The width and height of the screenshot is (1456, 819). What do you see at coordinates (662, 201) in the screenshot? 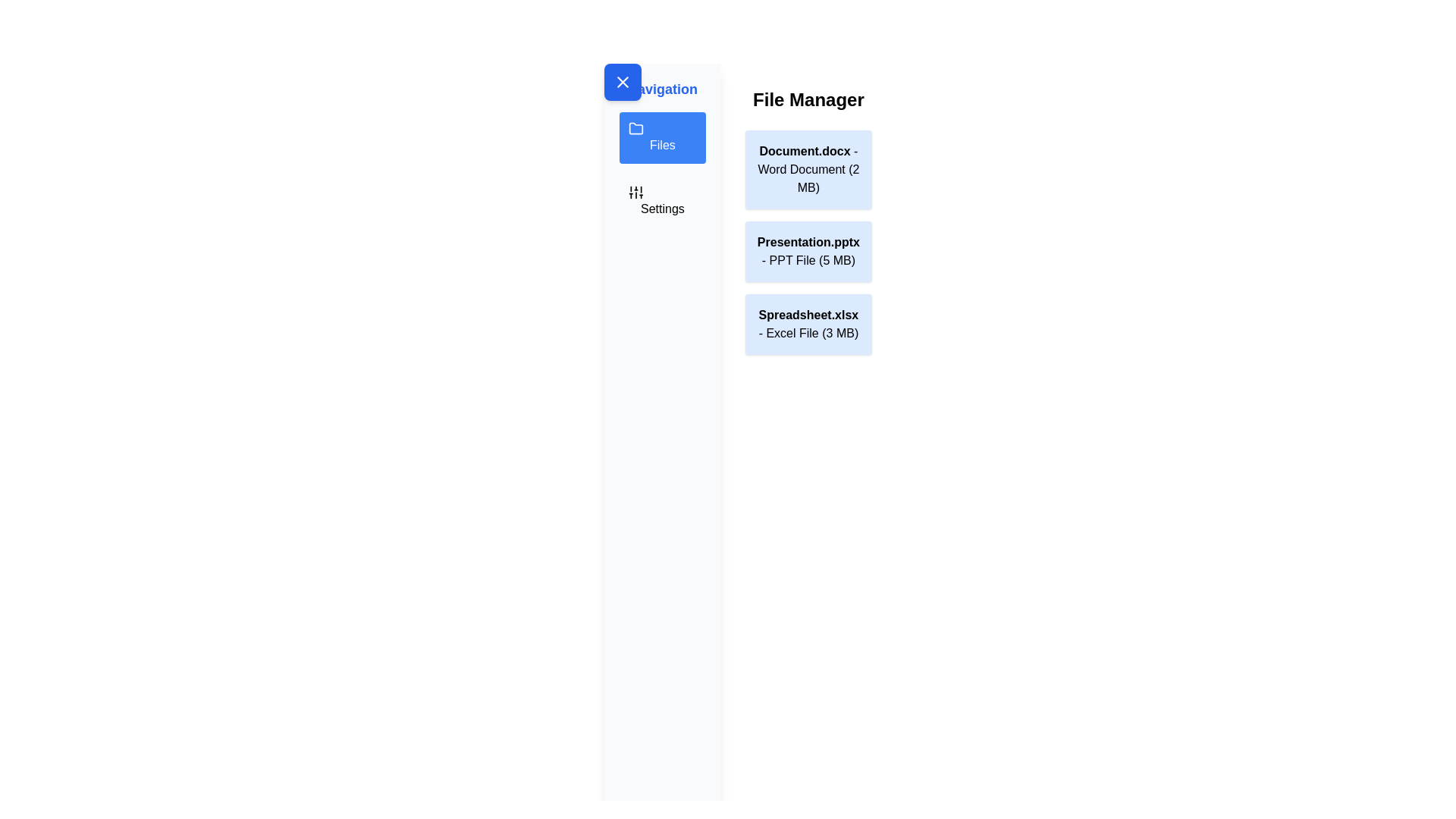
I see `the 'Settings' Nav Button located in the left navigation menu, positioned directly below the 'Files' button` at bounding box center [662, 201].